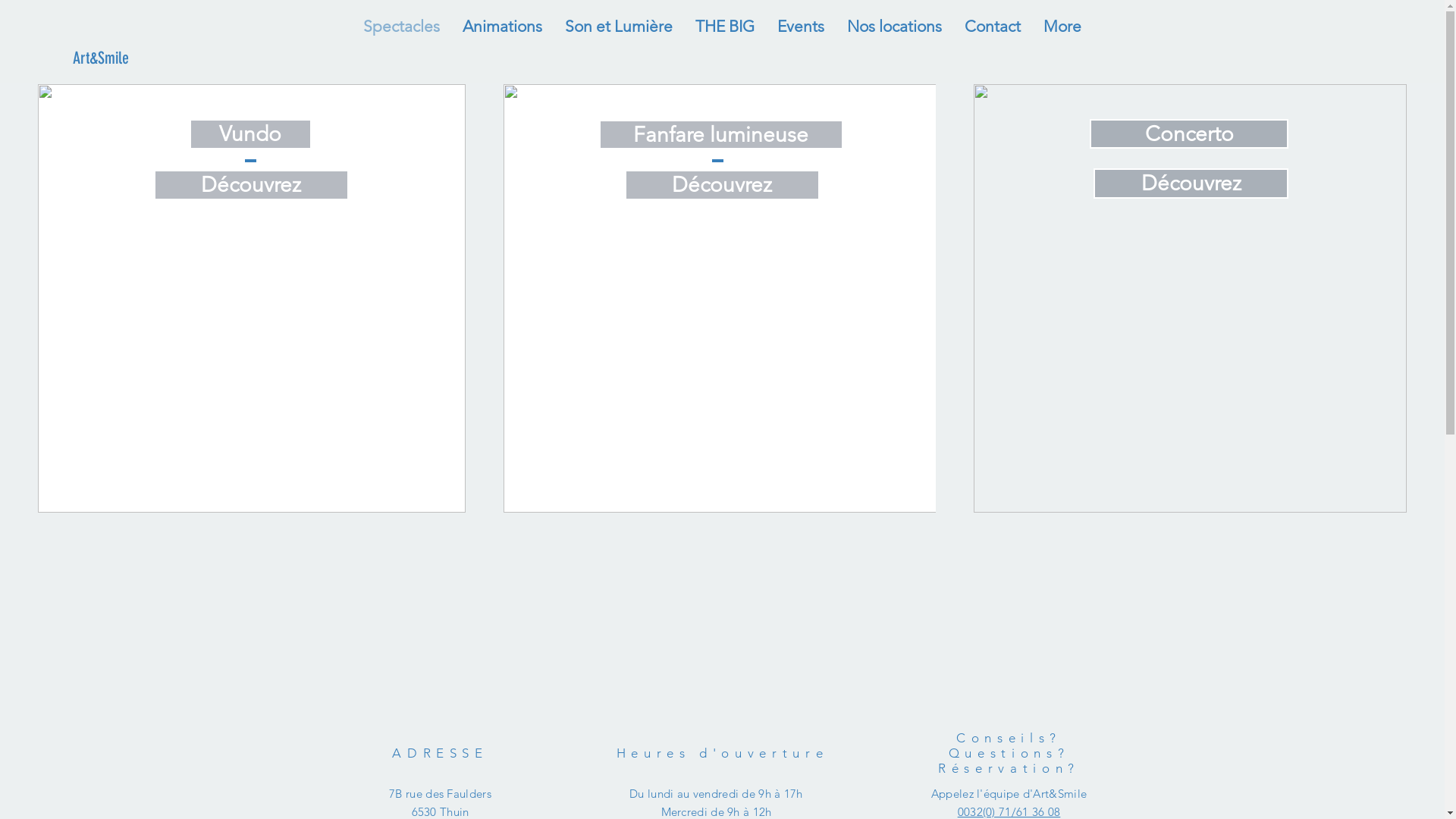 This screenshot has width=1456, height=819. What do you see at coordinates (800, 26) in the screenshot?
I see `'Events'` at bounding box center [800, 26].